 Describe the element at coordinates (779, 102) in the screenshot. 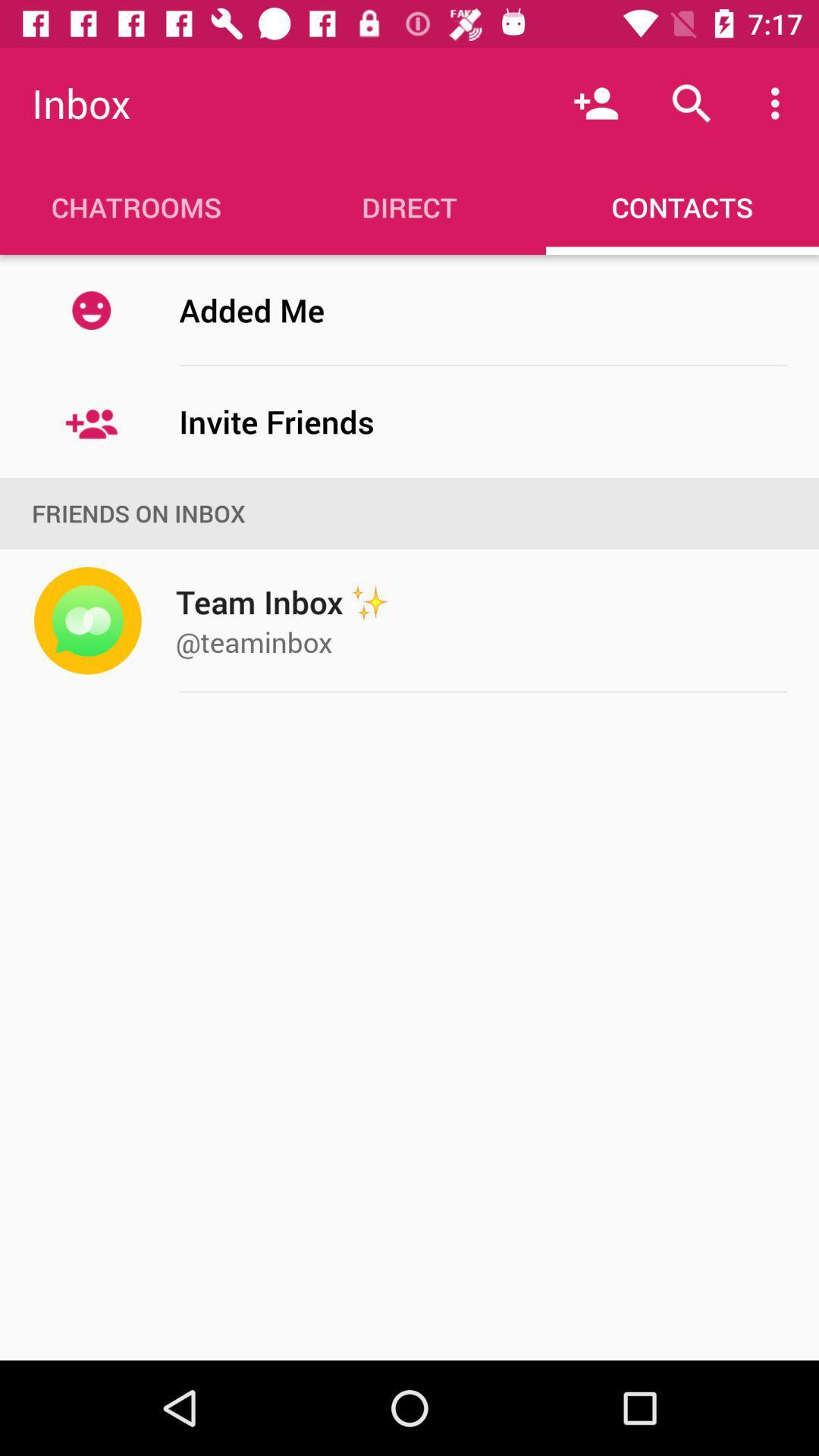

I see `the item above contacts item` at that location.